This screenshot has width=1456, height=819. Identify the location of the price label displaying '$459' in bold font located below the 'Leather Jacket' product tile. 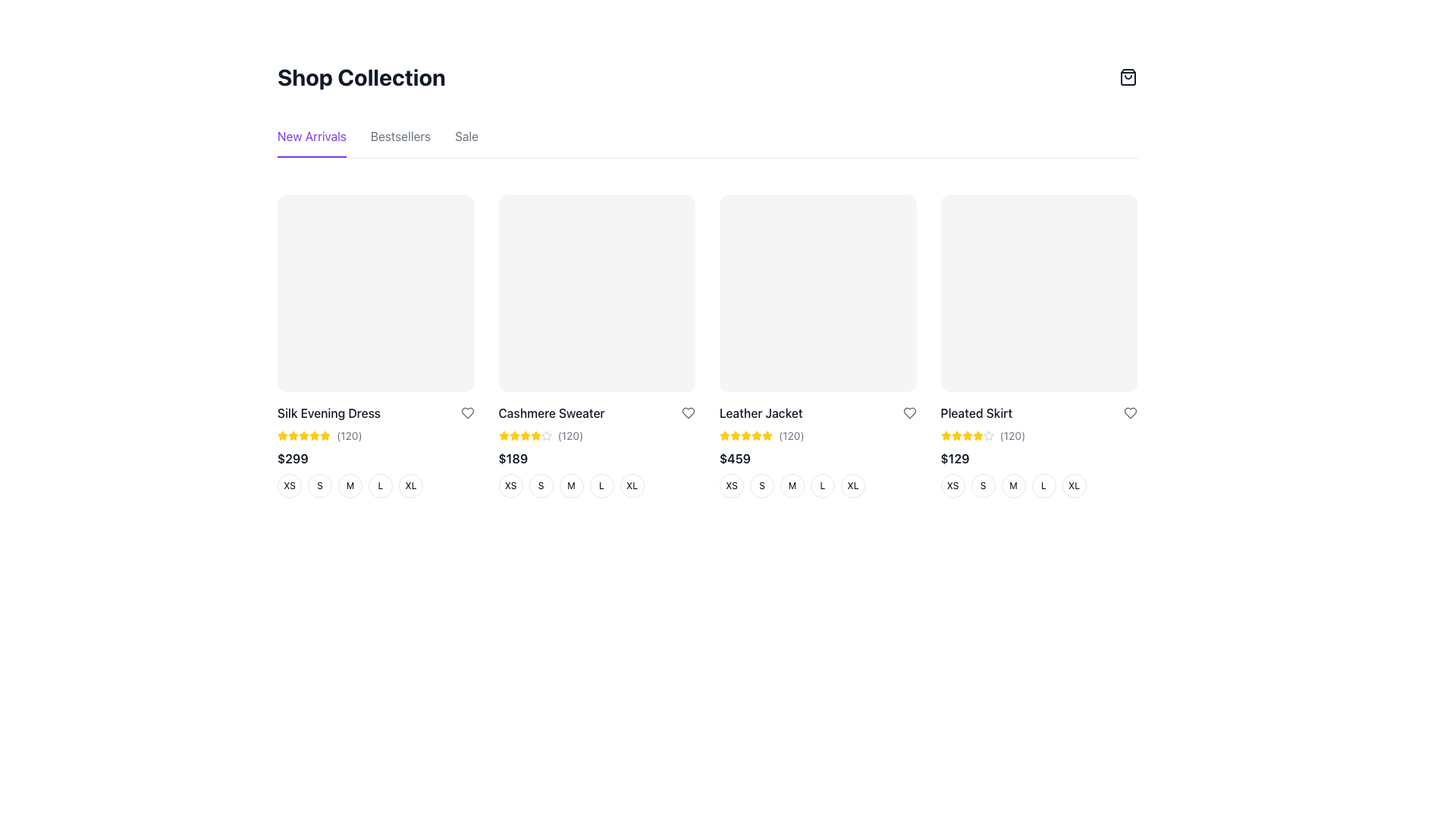
(735, 457).